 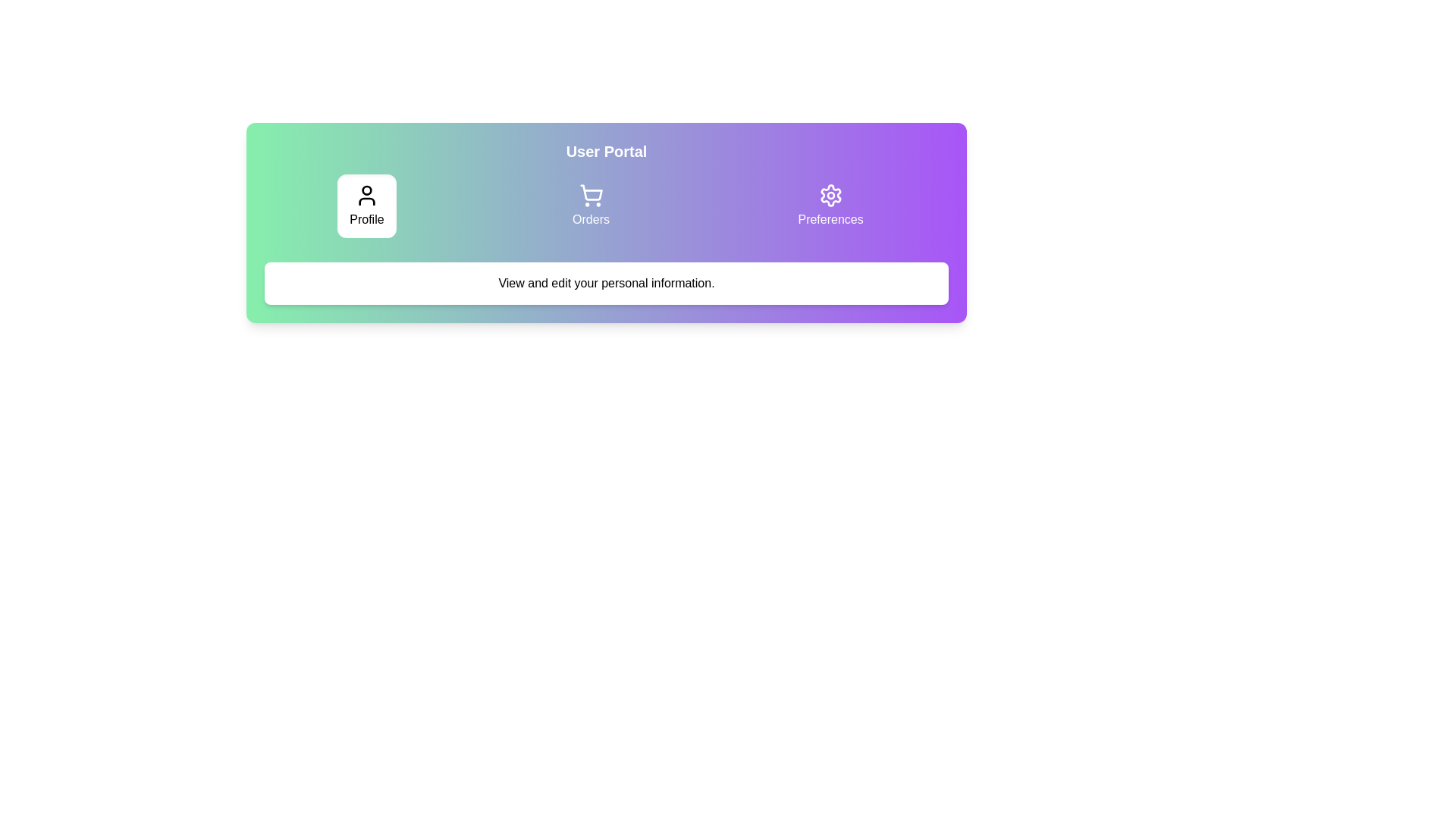 I want to click on the Preferences tab to preview its hover state, so click(x=830, y=206).